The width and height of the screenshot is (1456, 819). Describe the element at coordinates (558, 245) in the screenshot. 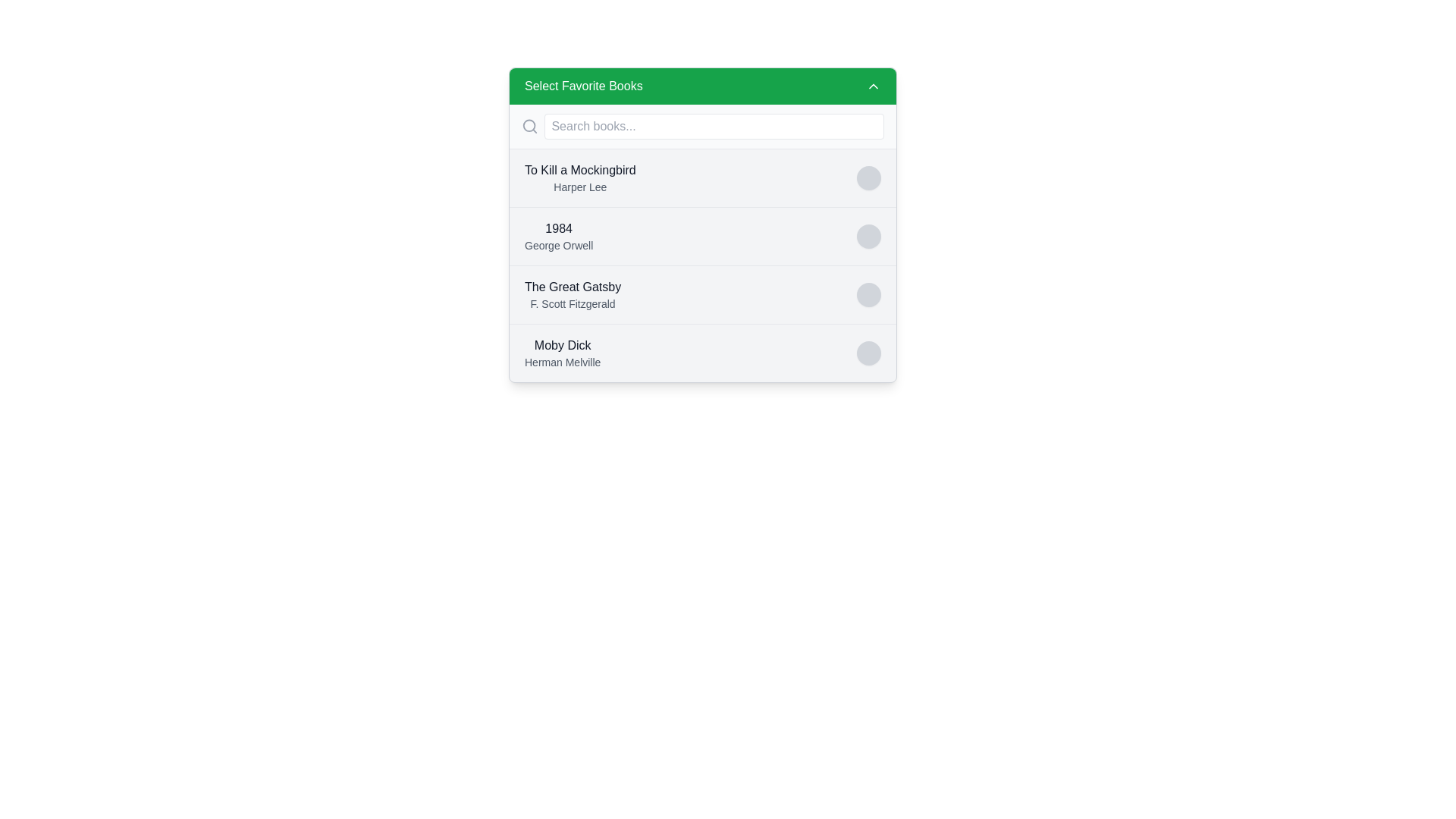

I see `the textual label displaying the author name of the book '1984', which is located directly below the title in the book list` at that location.